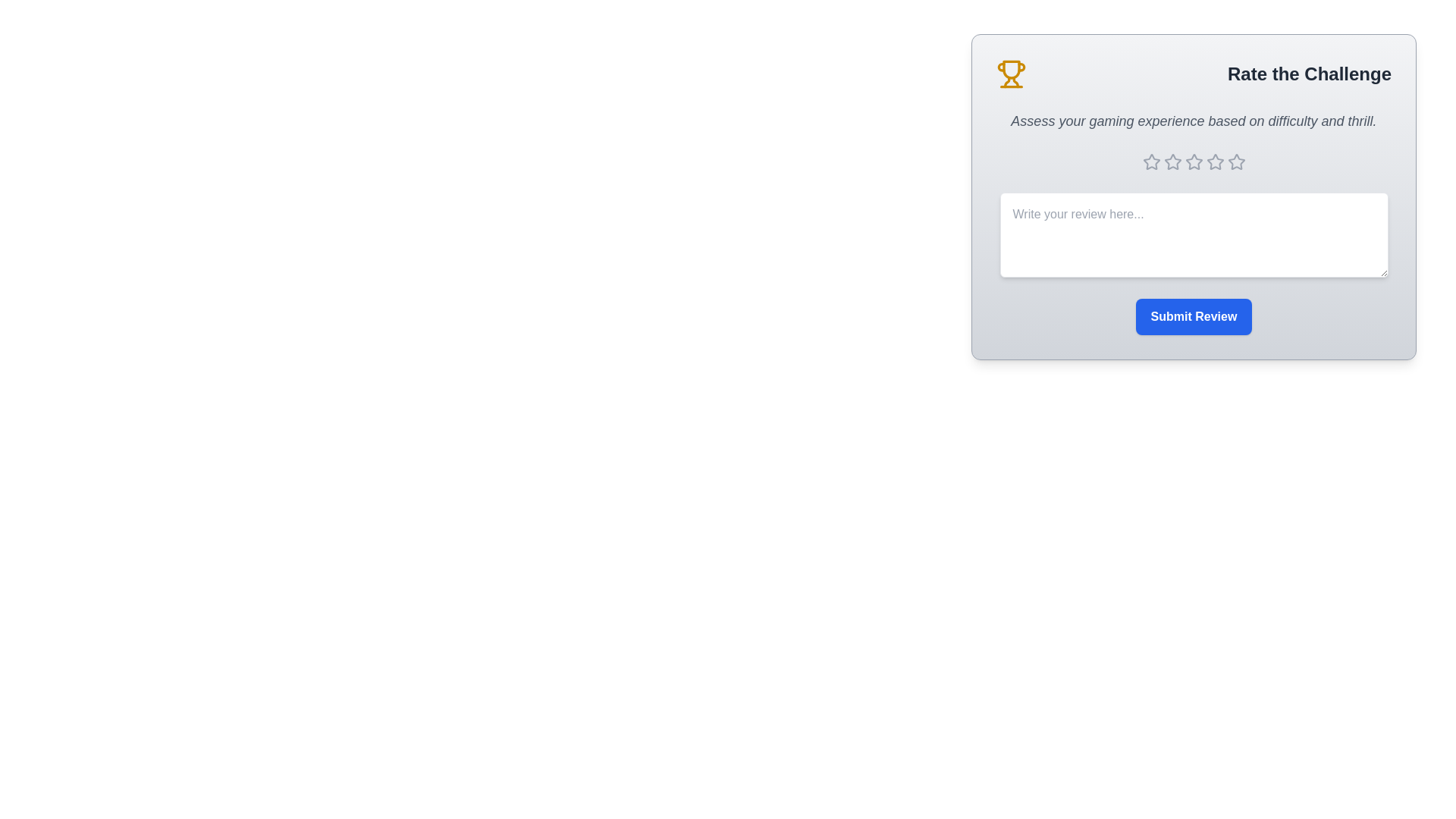 The width and height of the screenshot is (1456, 819). Describe the element at coordinates (1172, 162) in the screenshot. I see `the star corresponding to the desired rating 2` at that location.